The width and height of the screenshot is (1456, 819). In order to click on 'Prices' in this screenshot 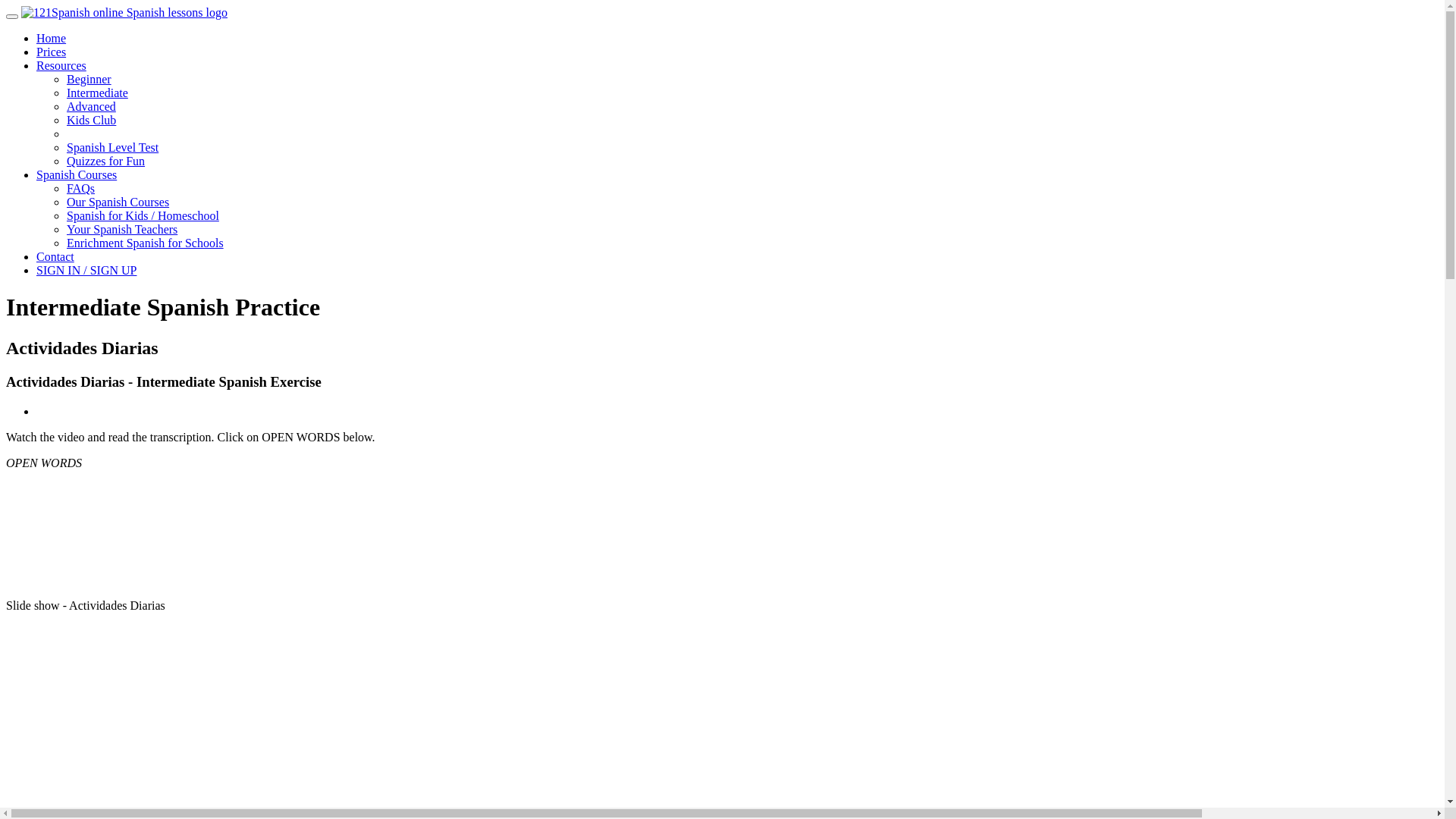, I will do `click(36, 51)`.